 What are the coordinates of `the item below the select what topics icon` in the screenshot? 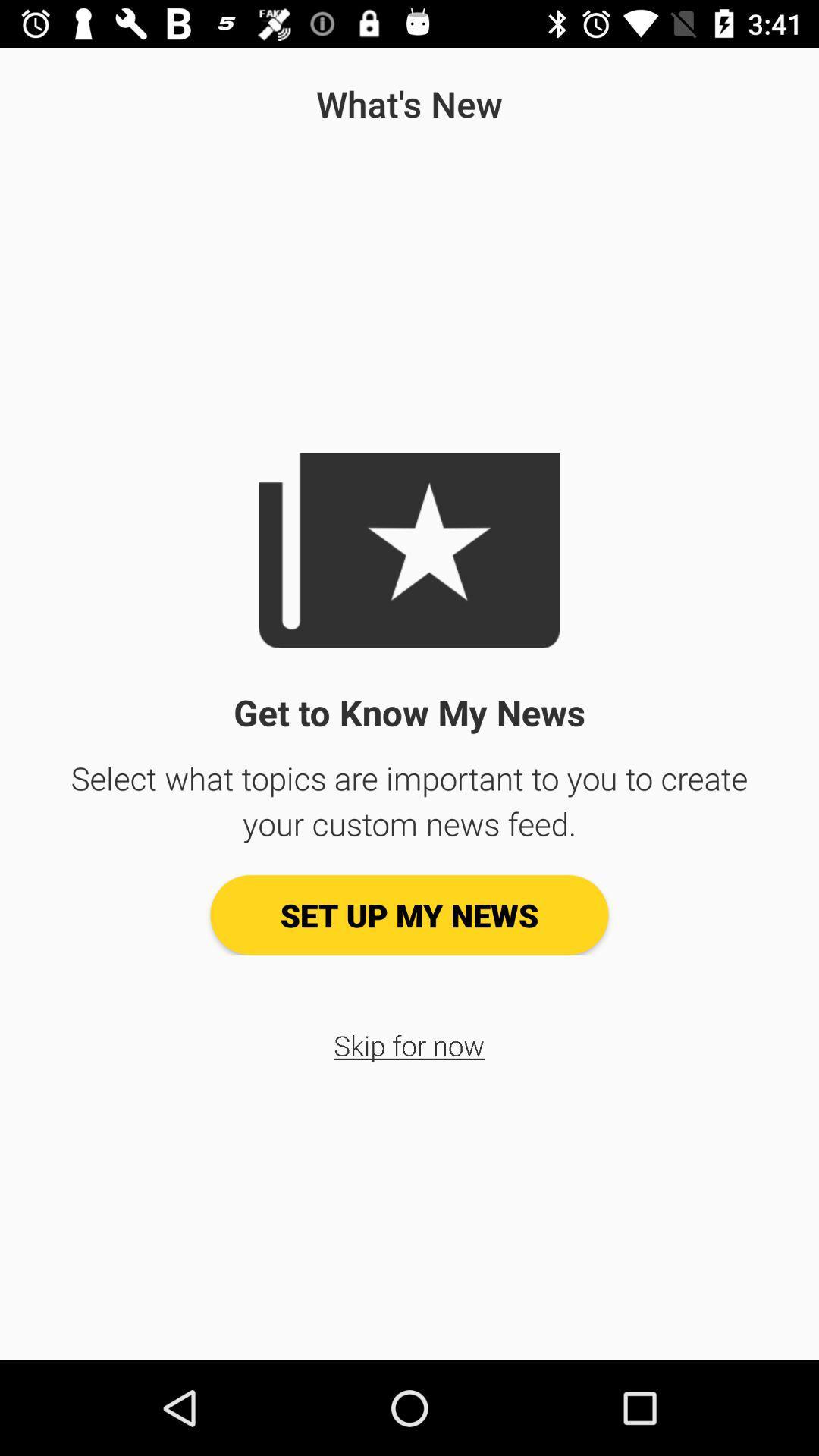 It's located at (409, 914).